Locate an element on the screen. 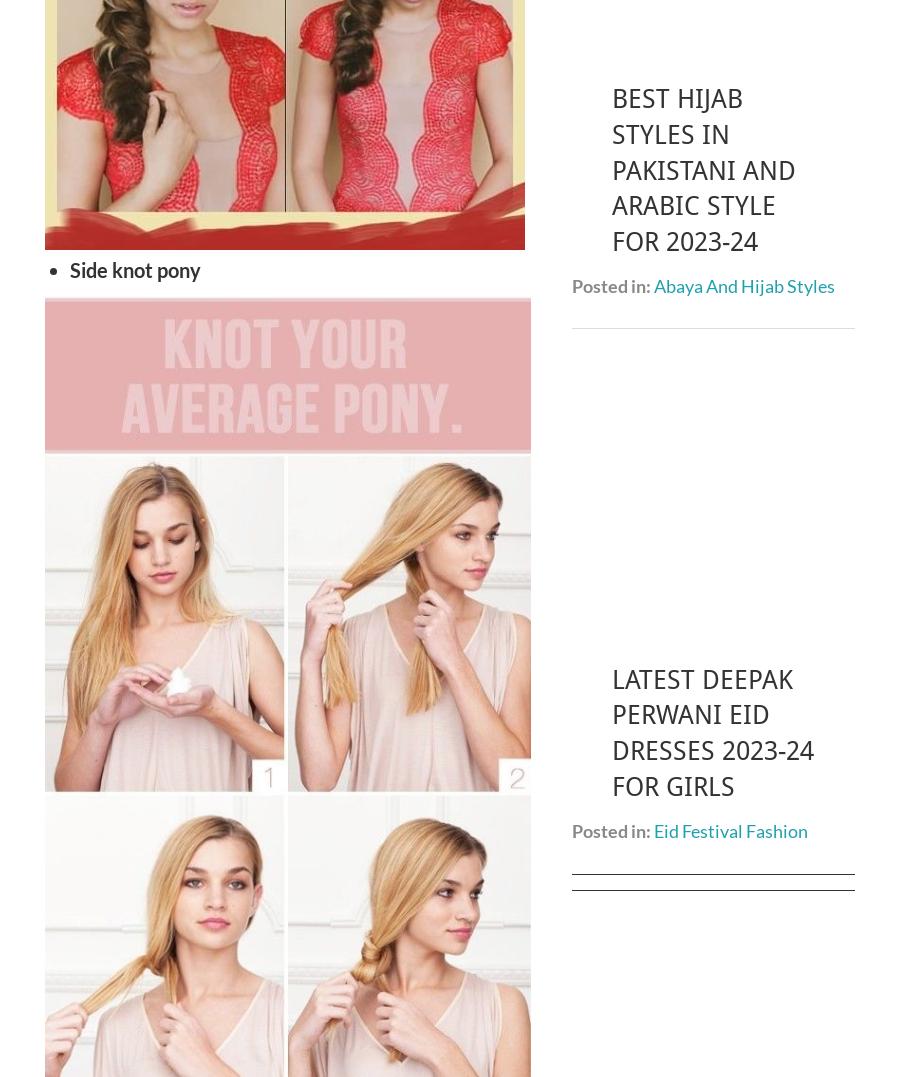 This screenshot has height=1077, width=900. 'Upcoming Fashion' is located at coordinates (579, 608).